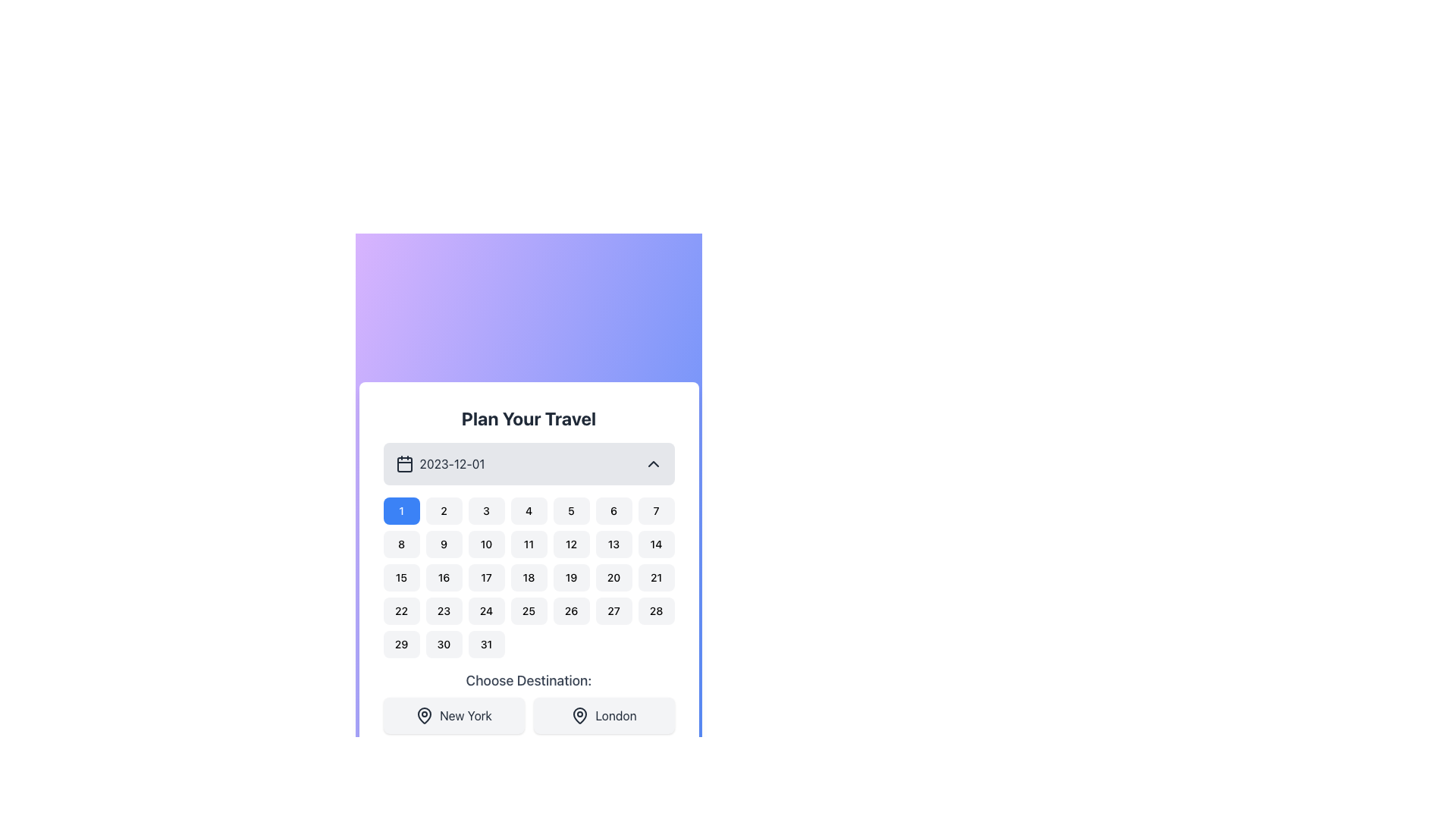 The width and height of the screenshot is (1456, 819). What do you see at coordinates (401, 543) in the screenshot?
I see `the button labeled '8' in the calendar interface` at bounding box center [401, 543].